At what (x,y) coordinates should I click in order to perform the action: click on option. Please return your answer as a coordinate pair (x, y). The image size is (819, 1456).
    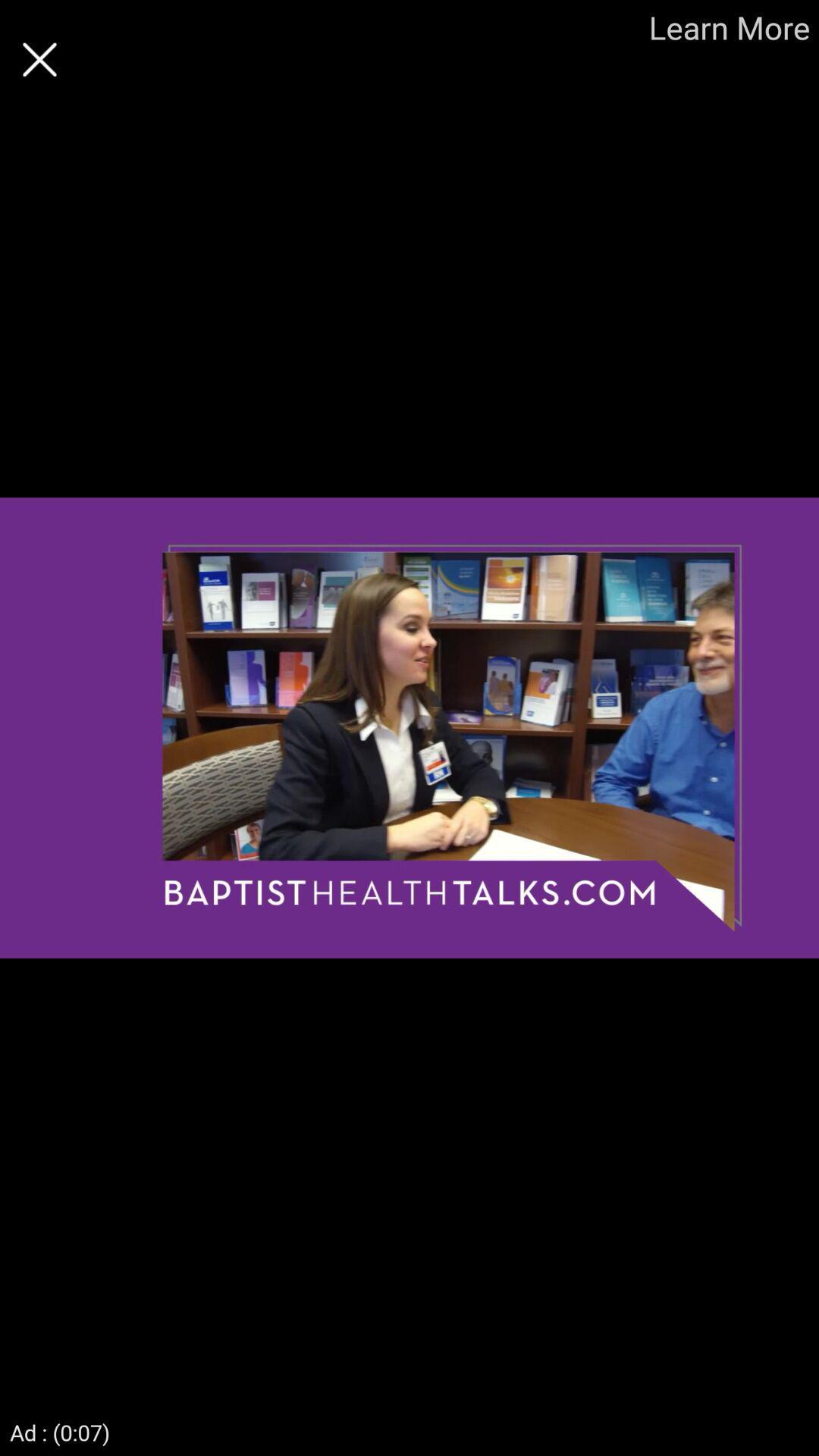
    Looking at the image, I should click on (39, 59).